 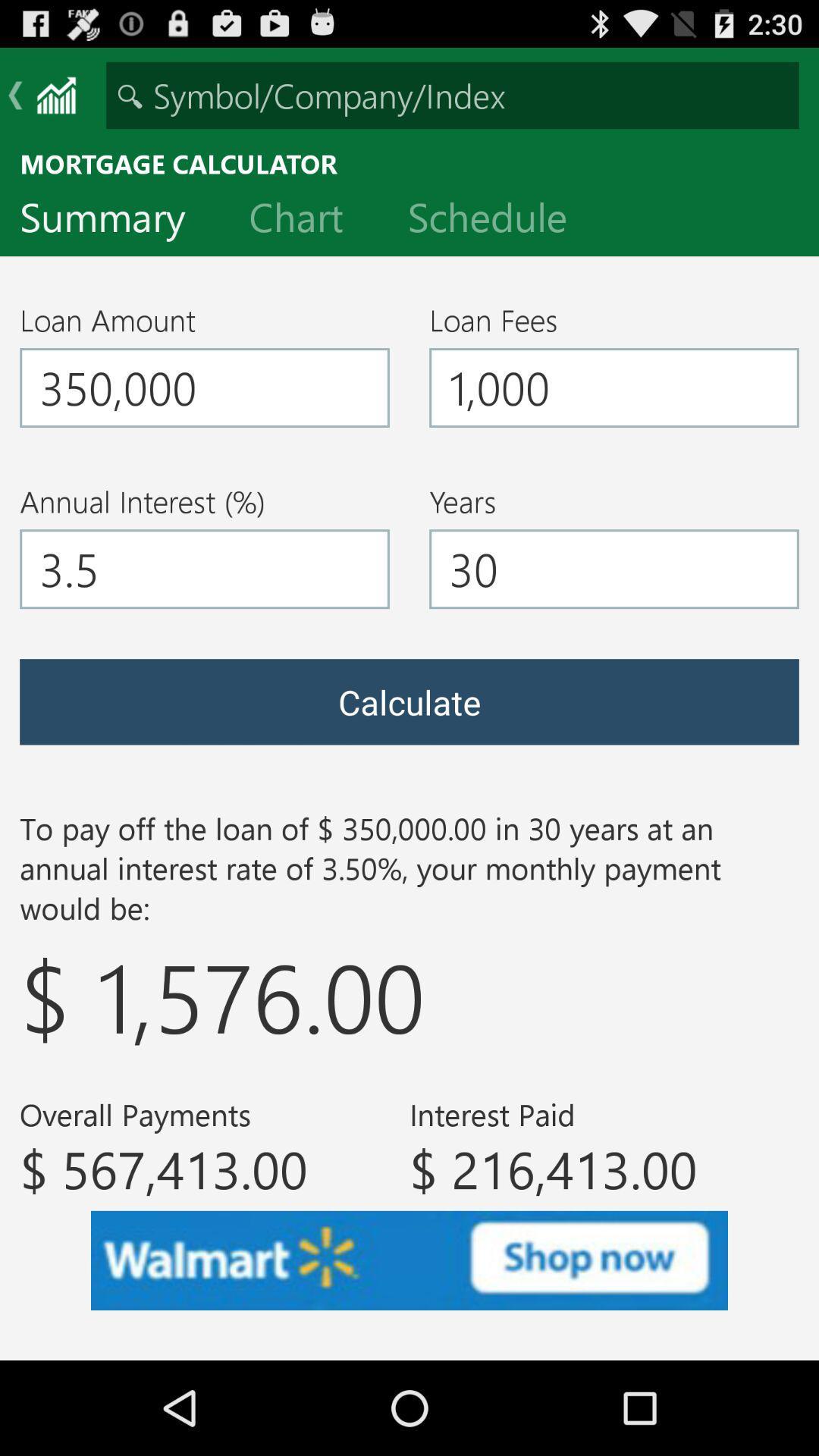 I want to click on the calculate button, so click(x=409, y=701).